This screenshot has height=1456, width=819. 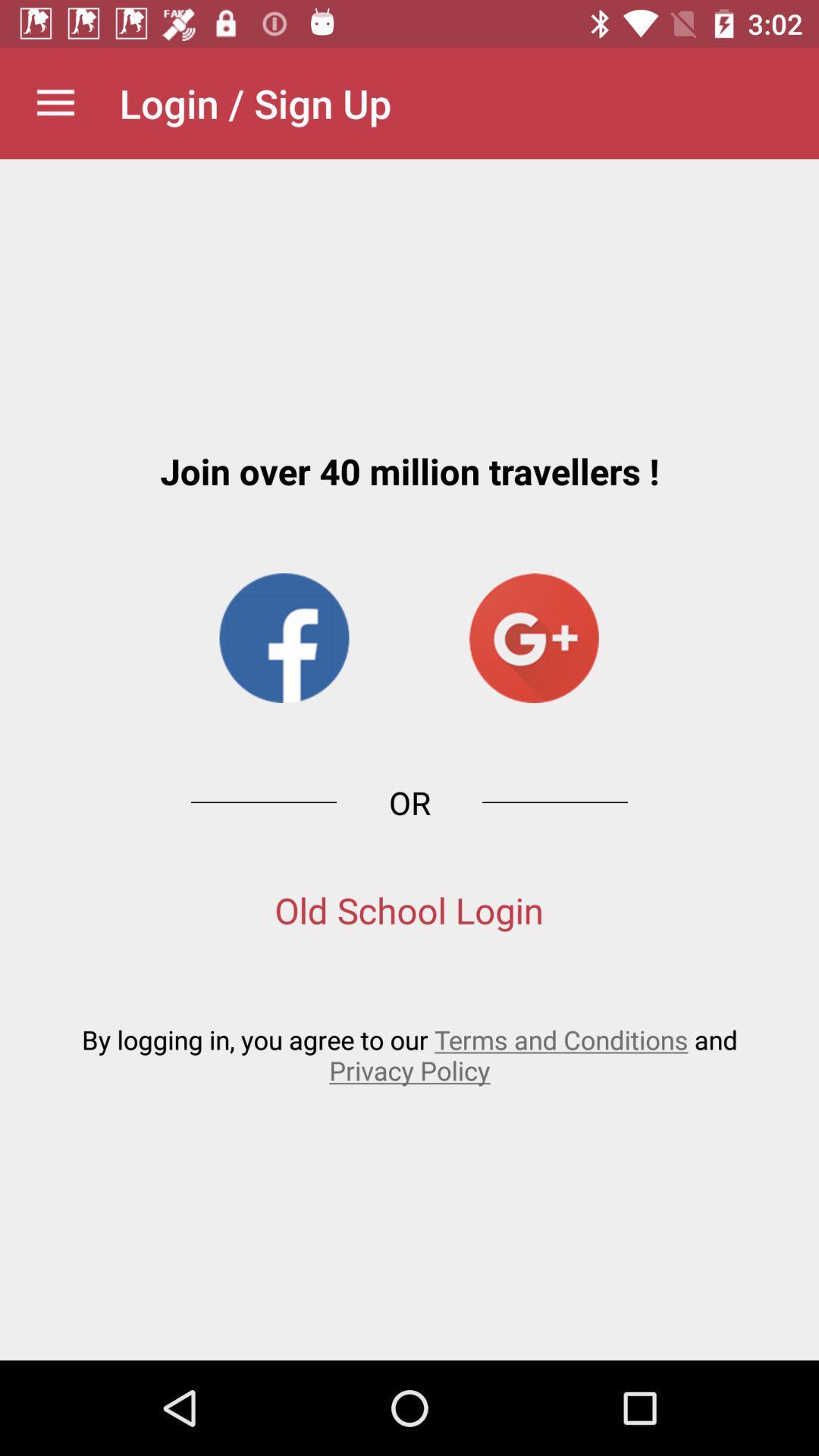 I want to click on use facebook, so click(x=284, y=638).